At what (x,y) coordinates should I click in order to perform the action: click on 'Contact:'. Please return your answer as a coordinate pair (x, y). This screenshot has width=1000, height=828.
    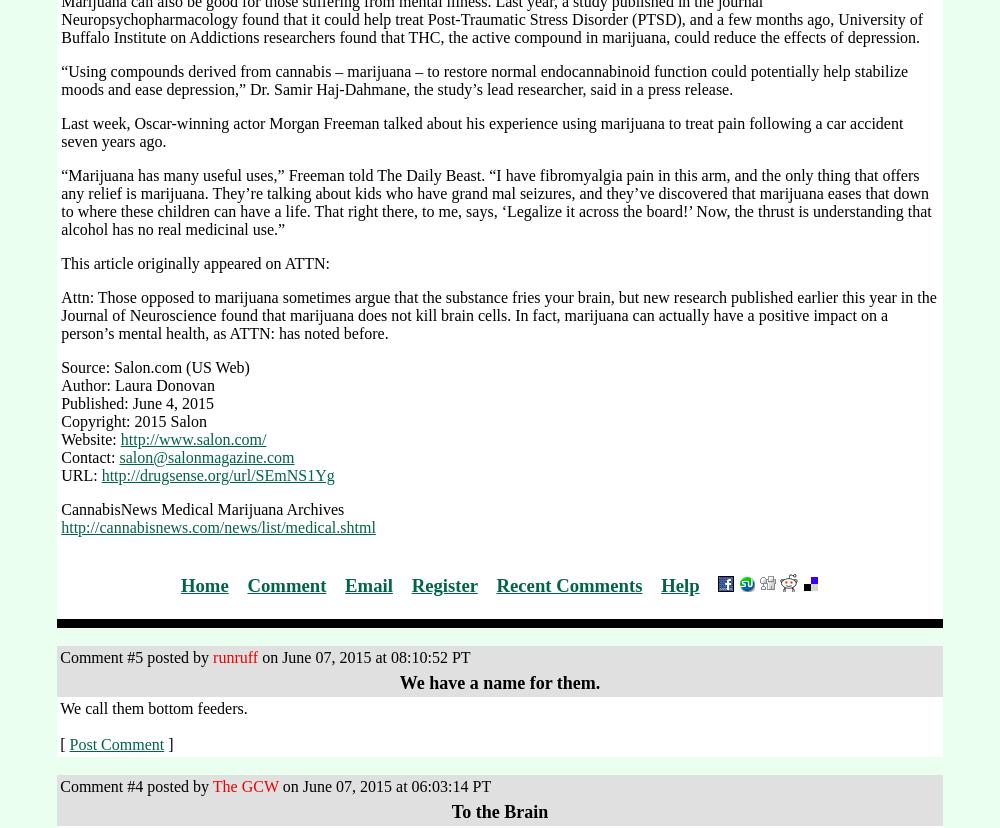
    Looking at the image, I should click on (89, 456).